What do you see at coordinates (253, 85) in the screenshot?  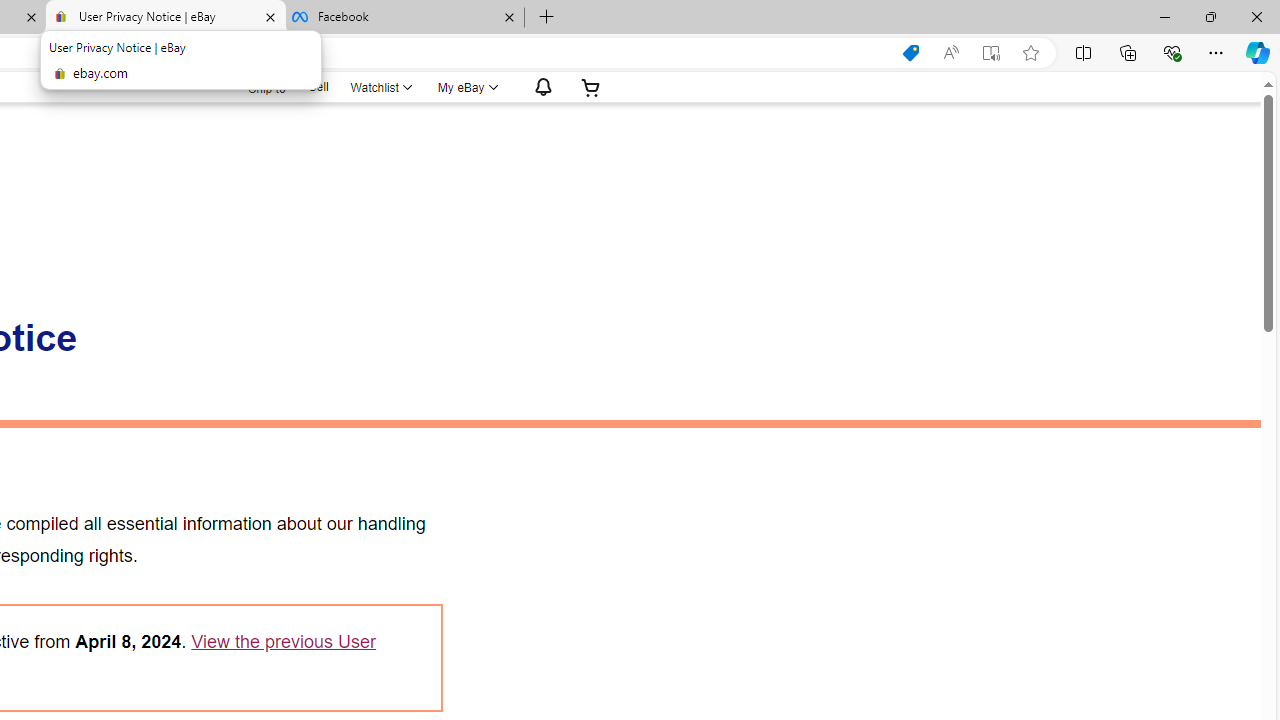 I see `'Ship to'` at bounding box center [253, 85].